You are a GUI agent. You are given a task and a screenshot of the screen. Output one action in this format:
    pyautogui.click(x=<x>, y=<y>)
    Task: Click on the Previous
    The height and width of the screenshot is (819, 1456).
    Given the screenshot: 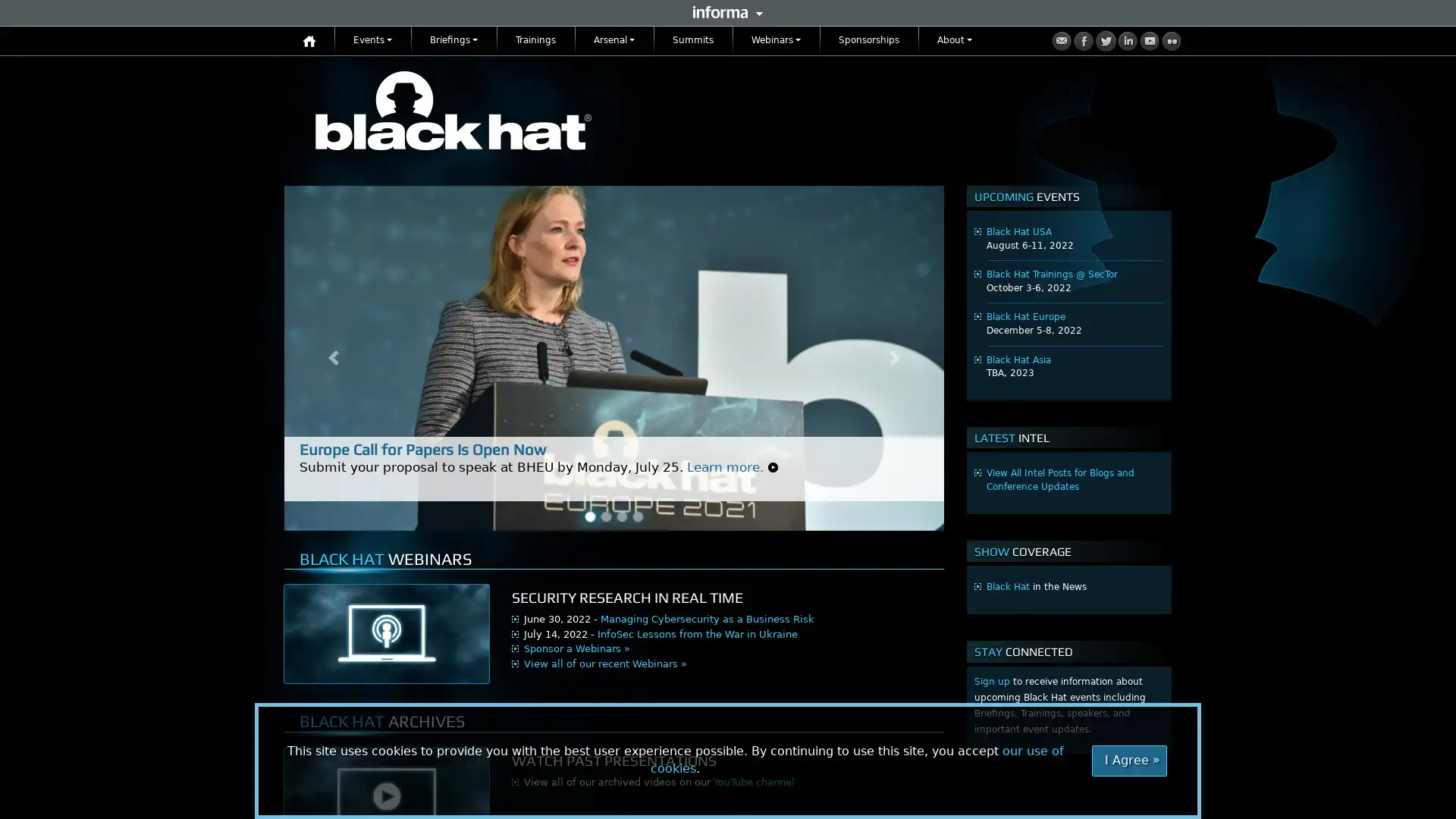 What is the action you would take?
    pyautogui.click(x=333, y=357)
    